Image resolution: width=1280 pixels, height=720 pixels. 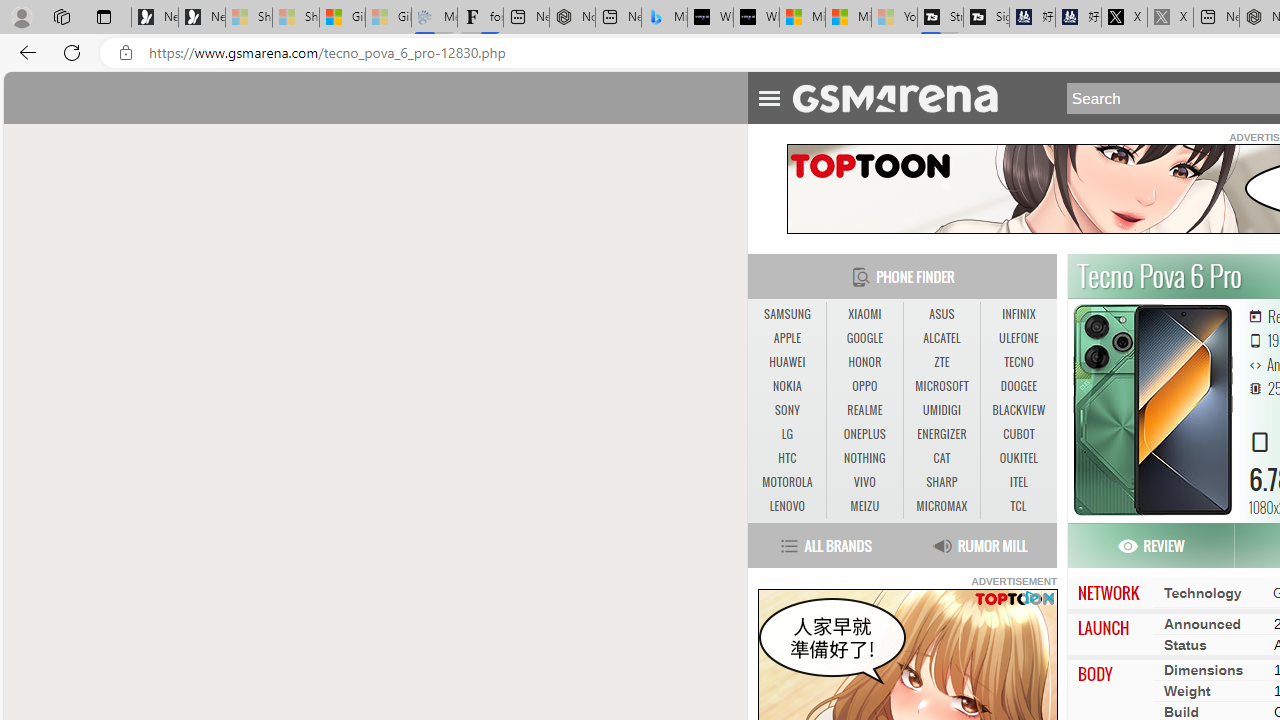 I want to click on 'HTC', so click(x=786, y=458).